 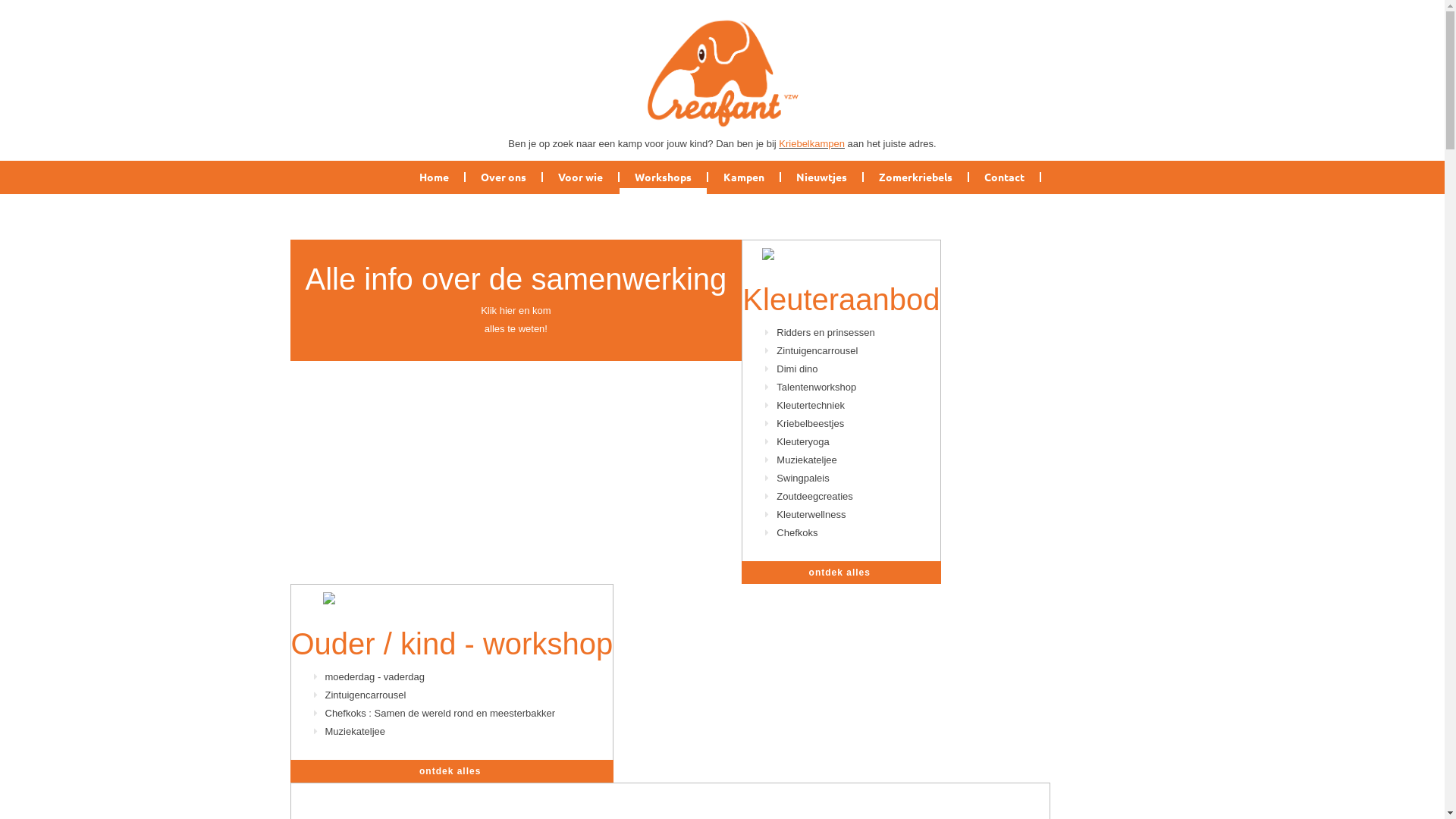 What do you see at coordinates (821, 176) in the screenshot?
I see `'Nieuwtjes'` at bounding box center [821, 176].